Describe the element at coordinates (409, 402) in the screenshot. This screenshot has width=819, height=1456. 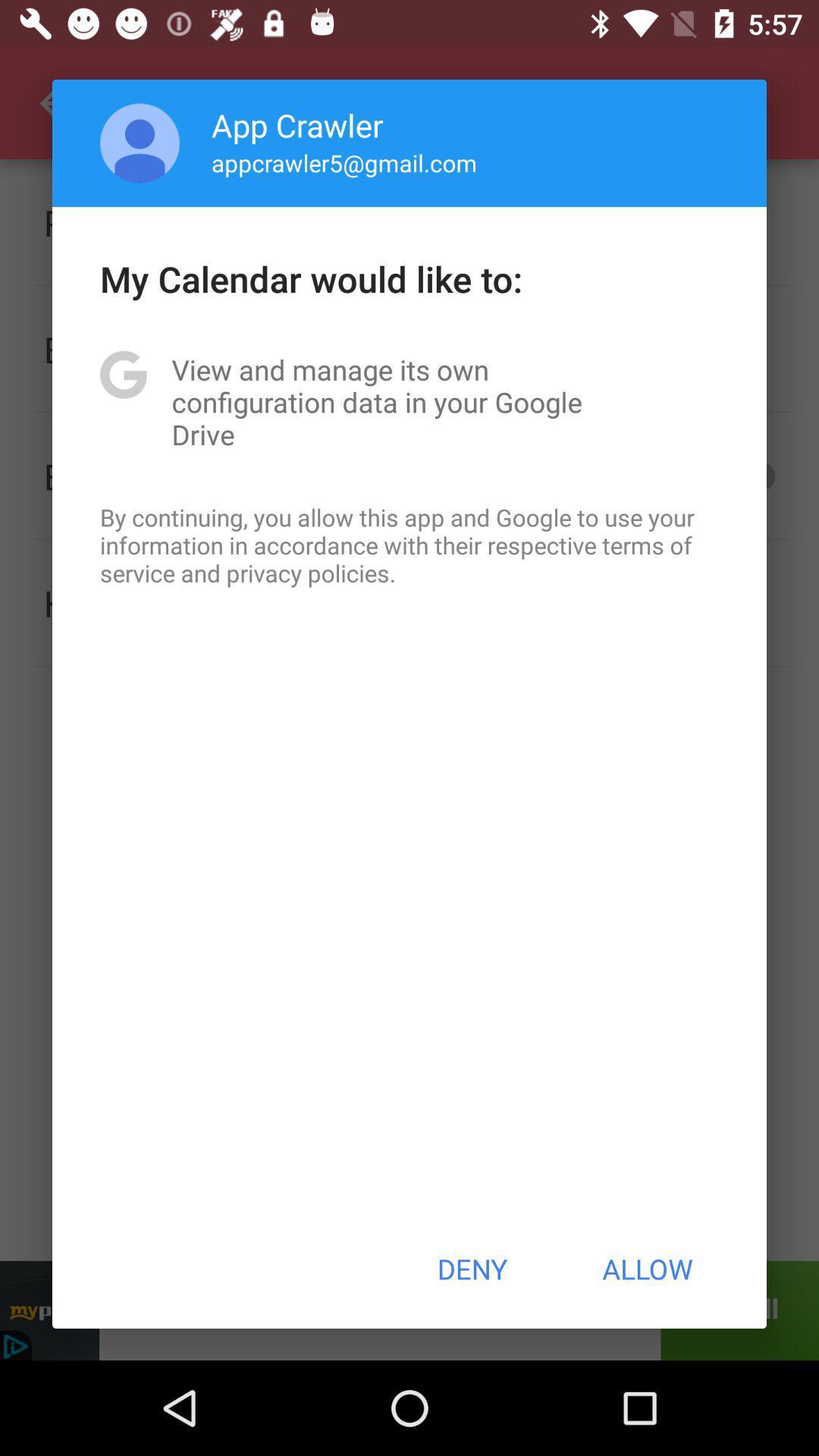
I see `app above by continuing you item` at that location.